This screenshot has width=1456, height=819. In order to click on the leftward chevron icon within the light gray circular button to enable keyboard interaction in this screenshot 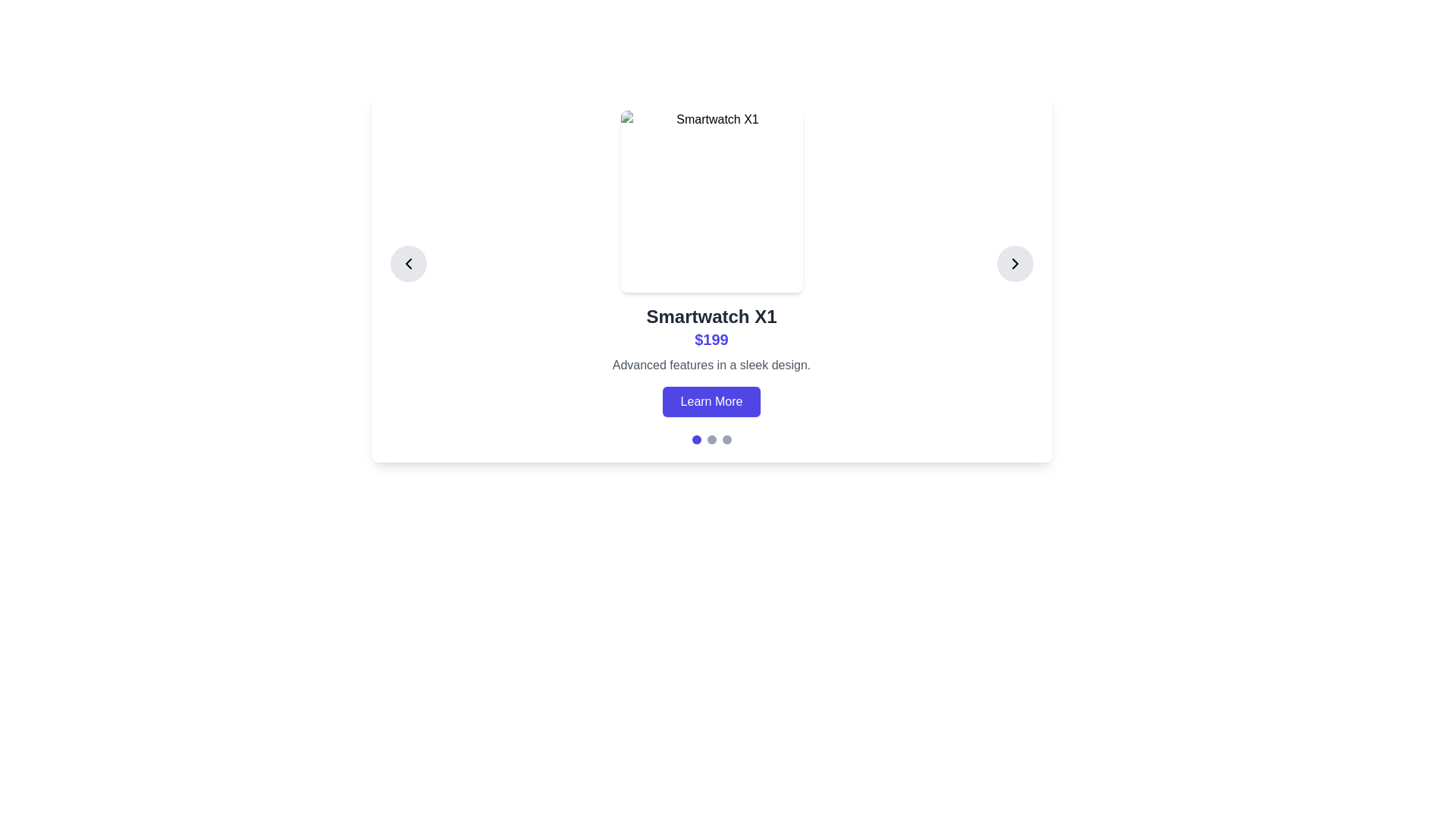, I will do `click(408, 262)`.